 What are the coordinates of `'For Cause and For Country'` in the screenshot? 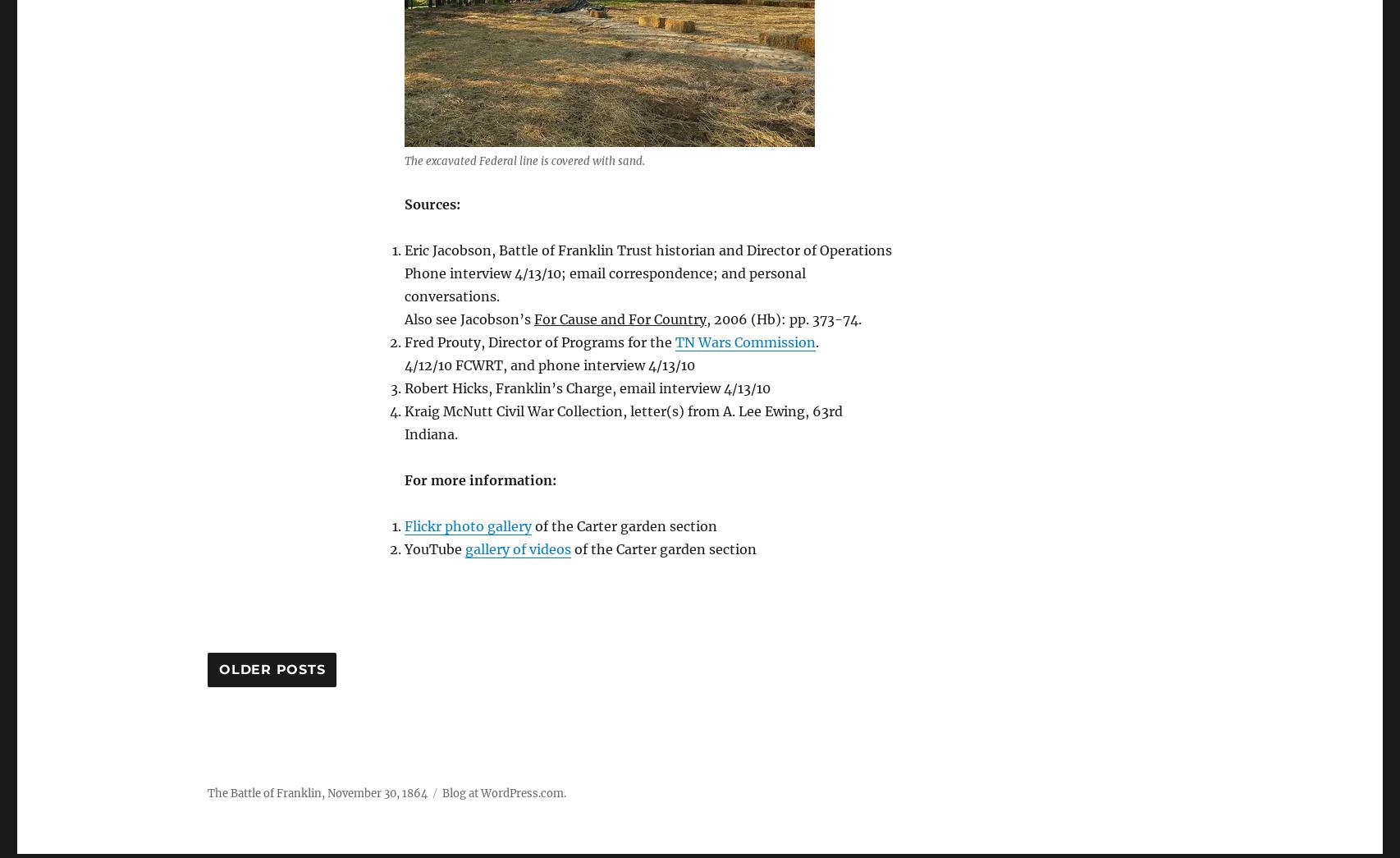 It's located at (619, 318).